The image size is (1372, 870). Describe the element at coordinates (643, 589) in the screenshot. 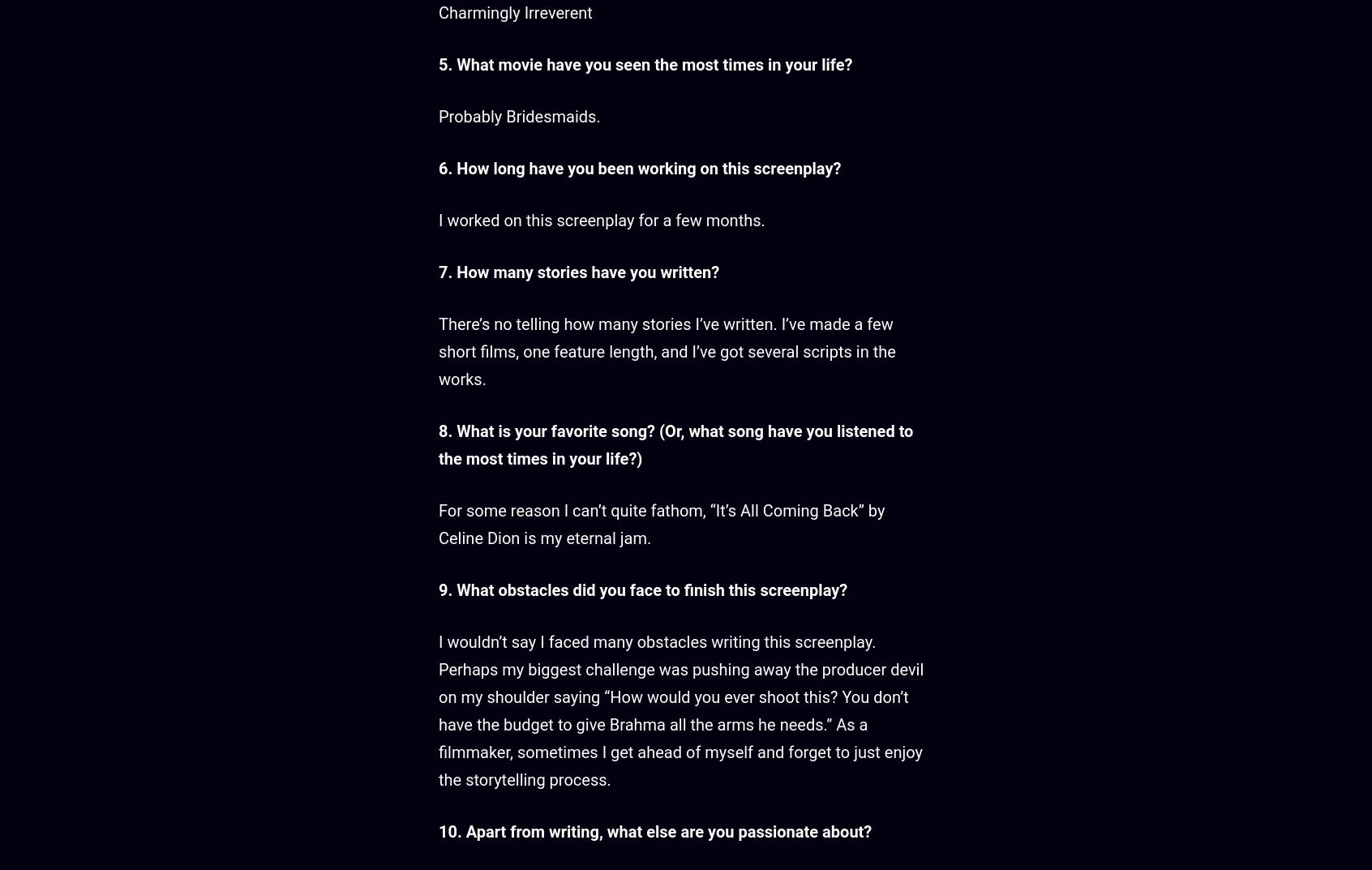

I see `'9. What obstacles did you face to finish this screenplay?'` at that location.